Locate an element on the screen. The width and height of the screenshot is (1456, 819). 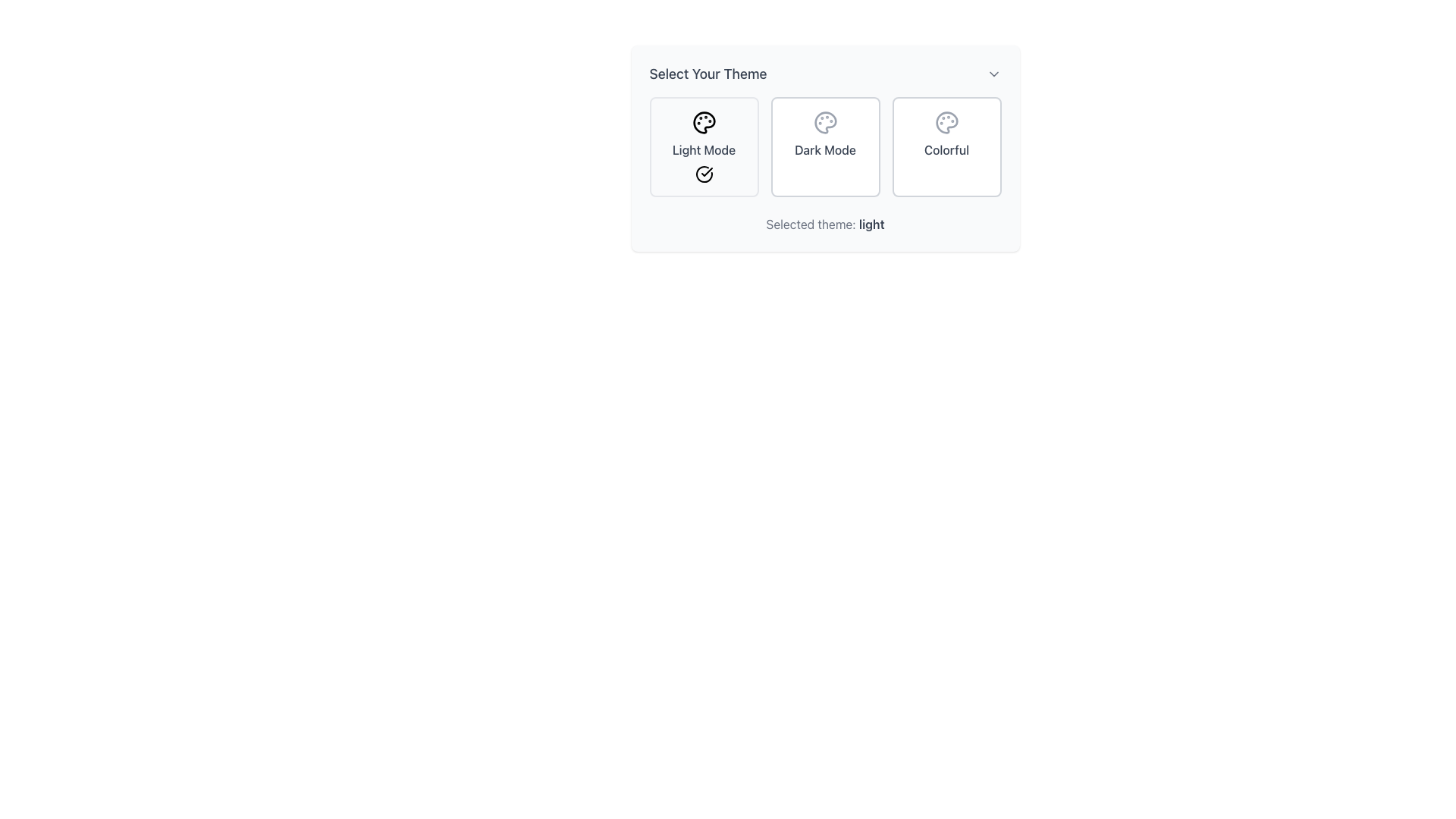
the painter's palette icon, which is light gray and located above the 'Dark Mode' text in the theme selection box is located at coordinates (824, 122).